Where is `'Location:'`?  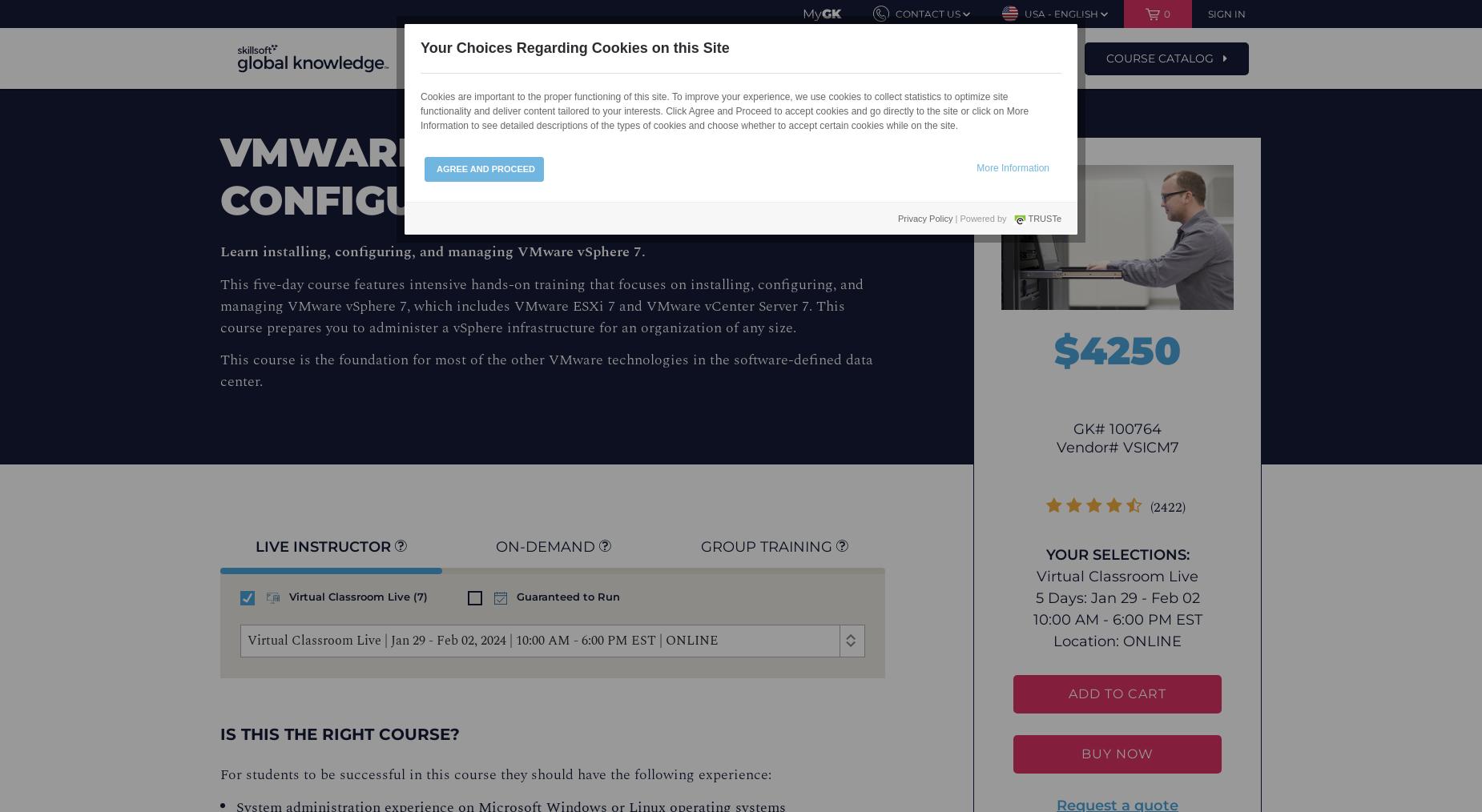
'Location:' is located at coordinates (1087, 641).